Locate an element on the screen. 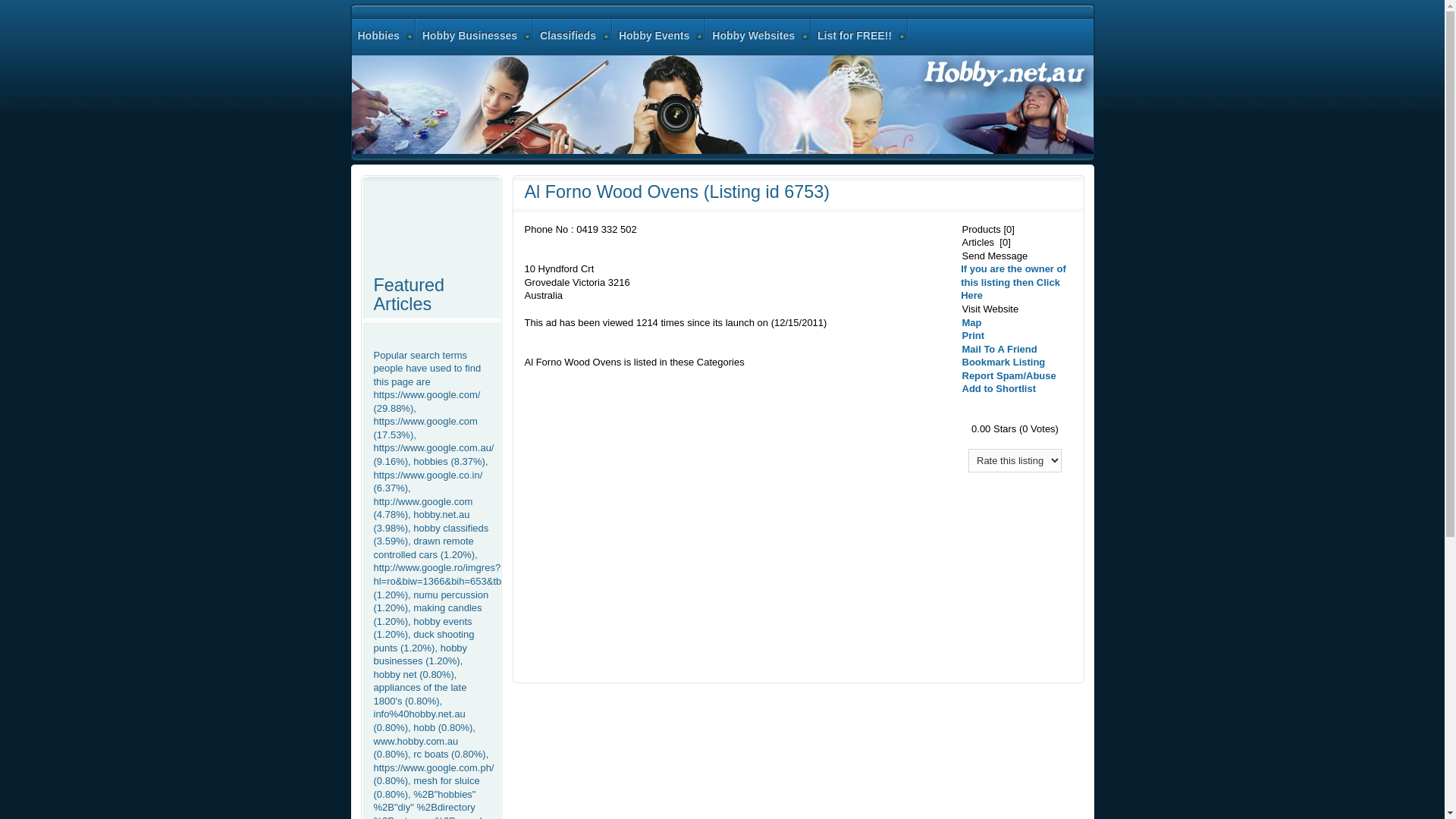  'Map' is located at coordinates (971, 322).